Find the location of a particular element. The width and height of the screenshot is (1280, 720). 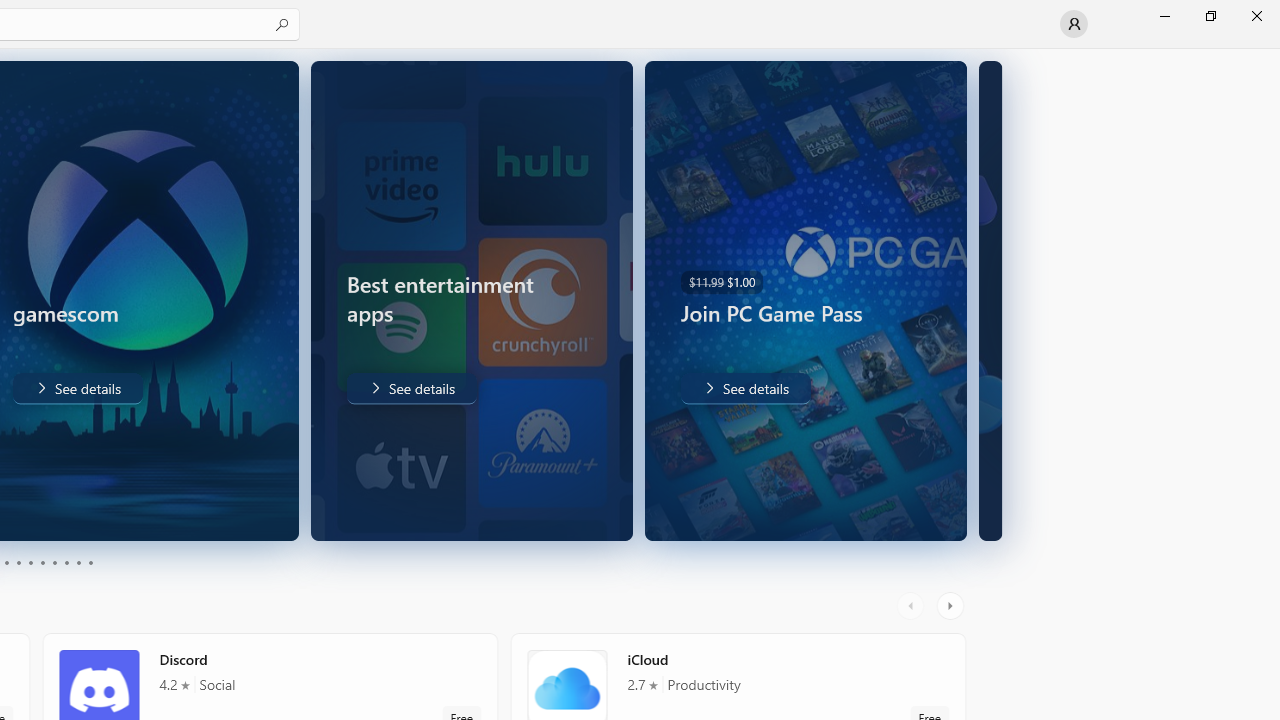

'Page 9' is located at coordinates (78, 563).